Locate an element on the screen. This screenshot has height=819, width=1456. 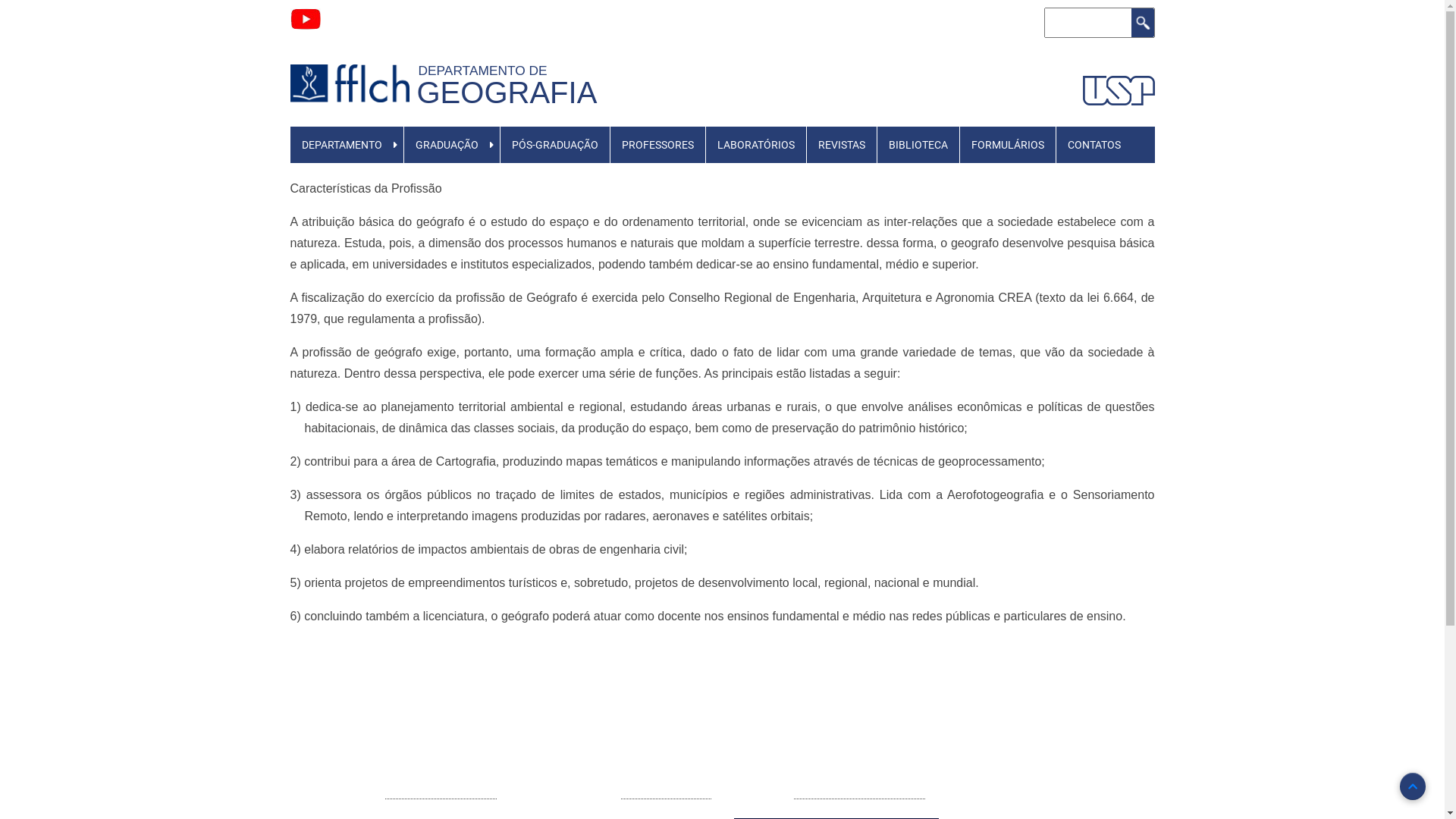
'REVISTAS' is located at coordinates (840, 145).